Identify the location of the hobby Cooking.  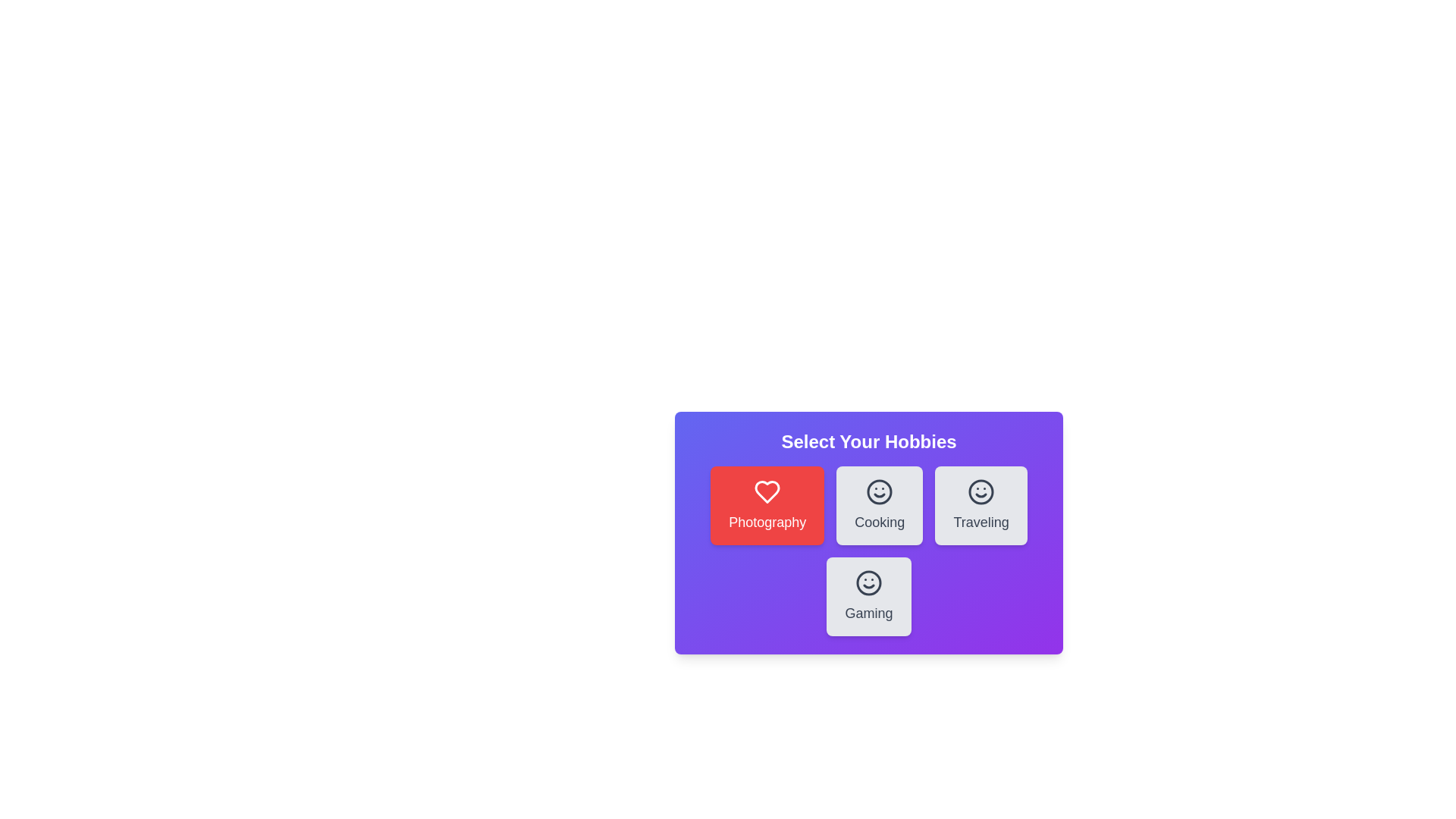
(880, 506).